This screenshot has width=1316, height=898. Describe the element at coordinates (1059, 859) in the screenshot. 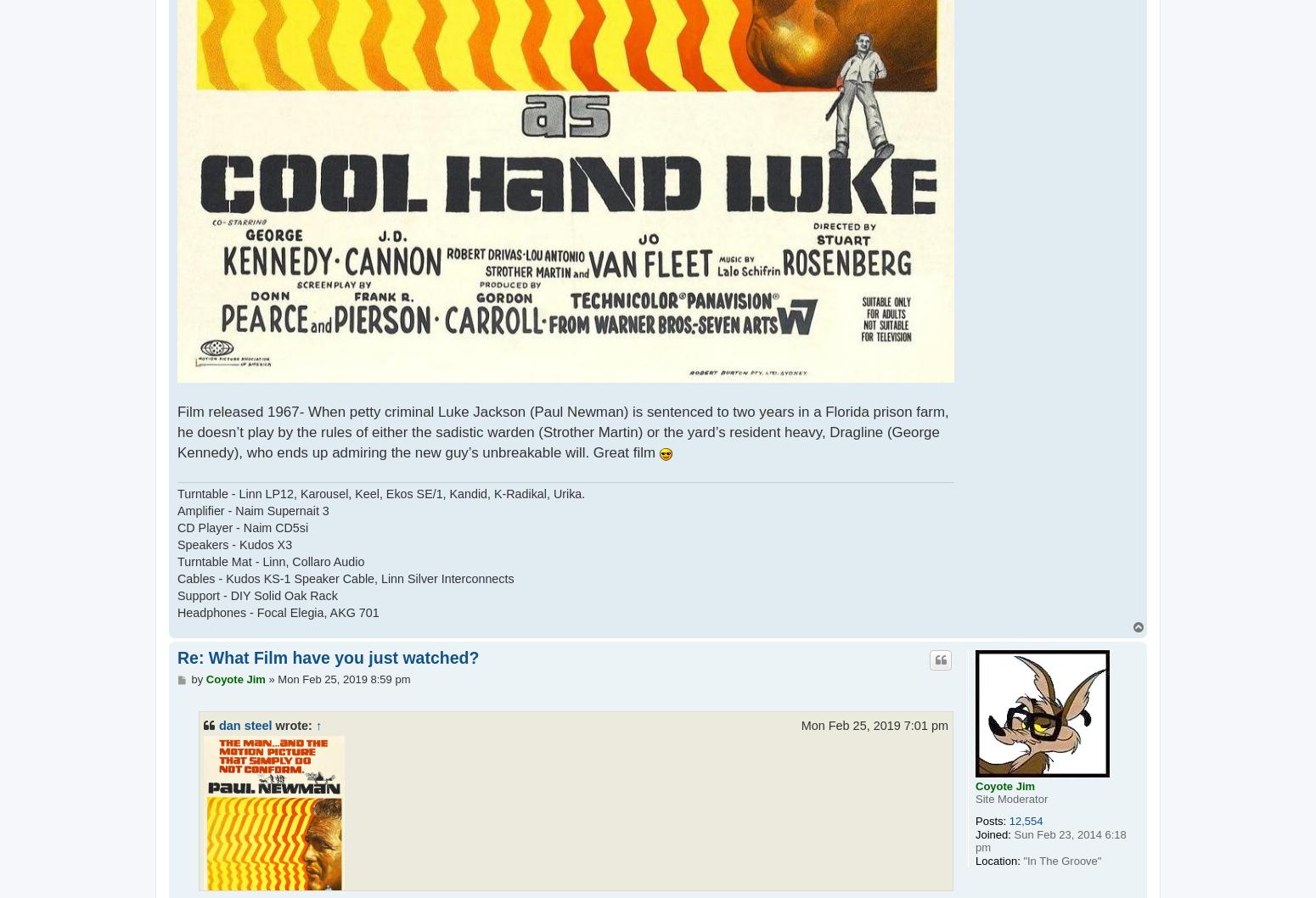

I see `'"In The Groove"'` at that location.